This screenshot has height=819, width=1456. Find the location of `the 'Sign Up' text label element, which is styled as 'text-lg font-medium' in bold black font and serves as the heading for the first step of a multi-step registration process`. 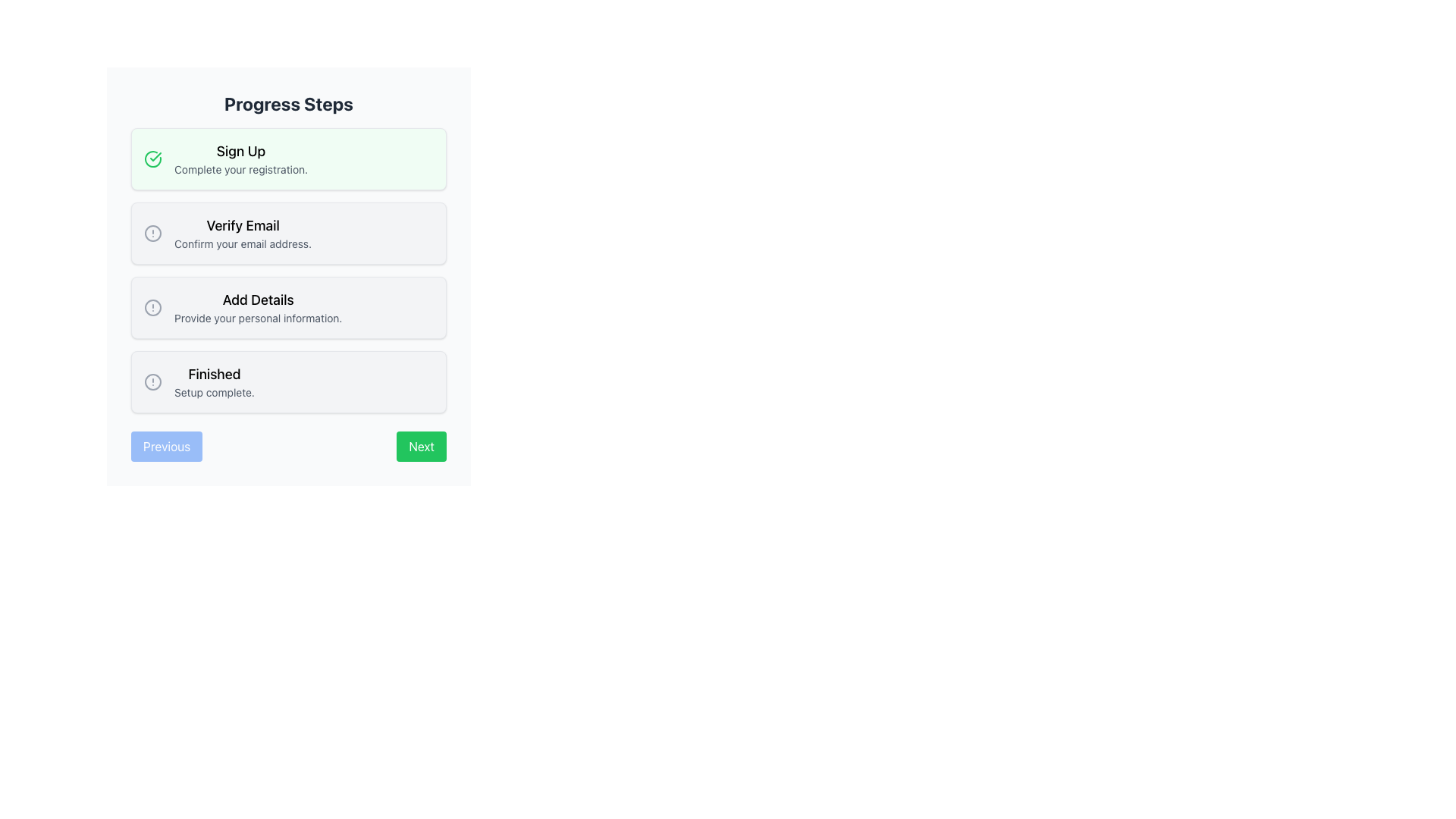

the 'Sign Up' text label element, which is styled as 'text-lg font-medium' in bold black font and serves as the heading for the first step of a multi-step registration process is located at coordinates (240, 152).